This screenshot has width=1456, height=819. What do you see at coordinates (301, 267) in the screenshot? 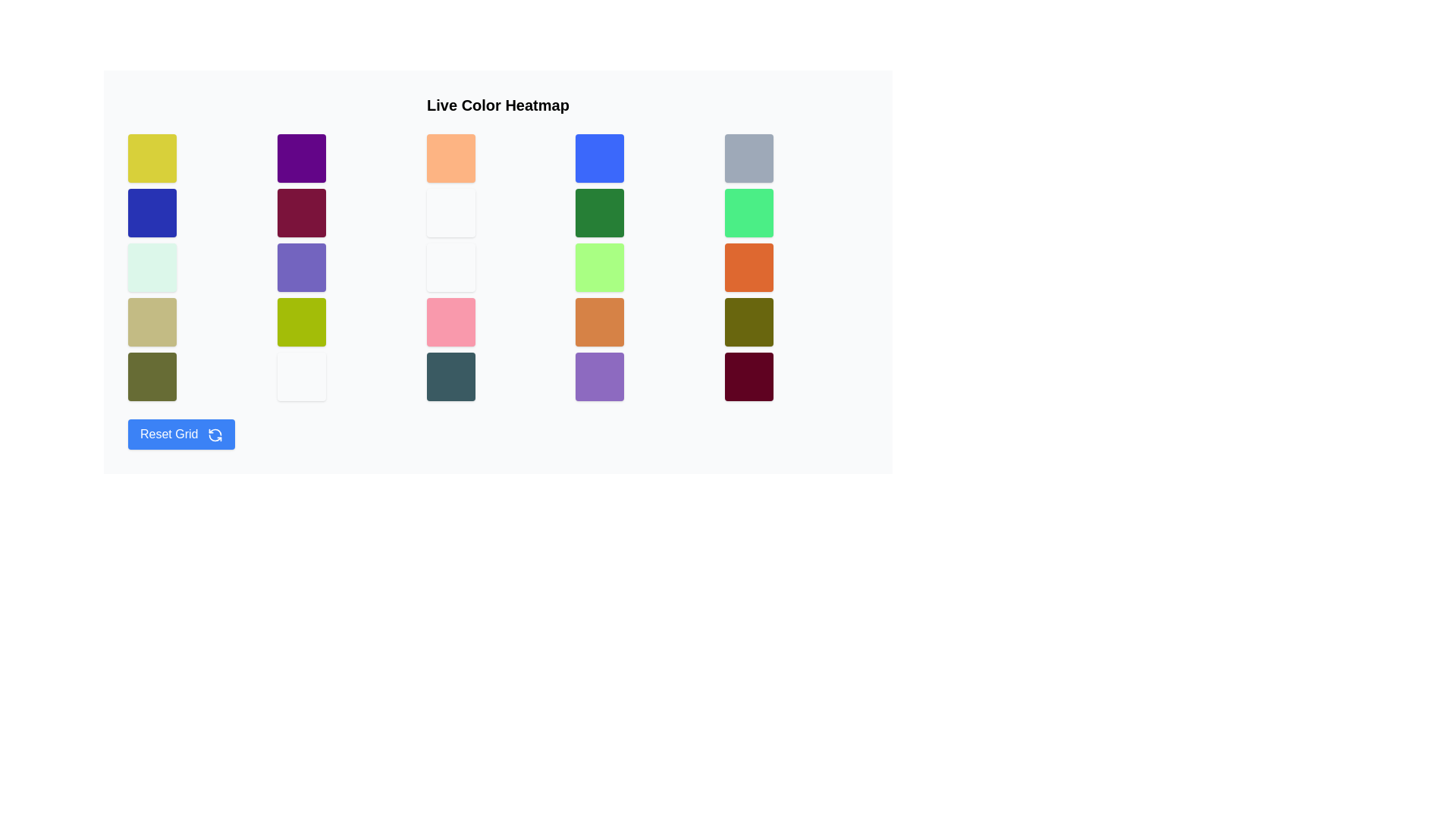
I see `the square-shaped component with a purple background located in the third column and the third row of the grid layout` at bounding box center [301, 267].